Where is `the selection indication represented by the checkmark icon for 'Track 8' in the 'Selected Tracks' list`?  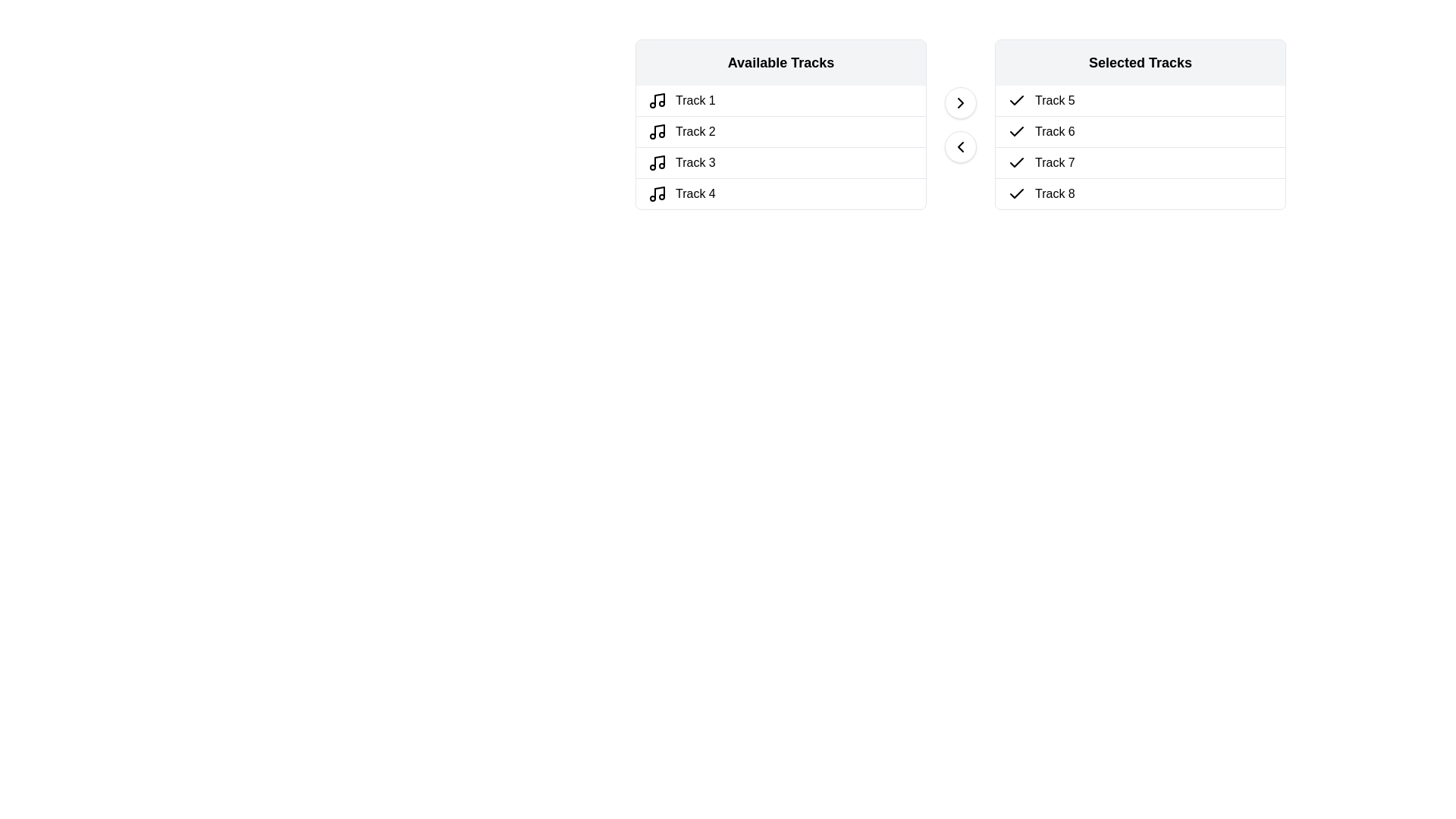
the selection indication represented by the checkmark icon for 'Track 8' in the 'Selected Tracks' list is located at coordinates (1016, 193).